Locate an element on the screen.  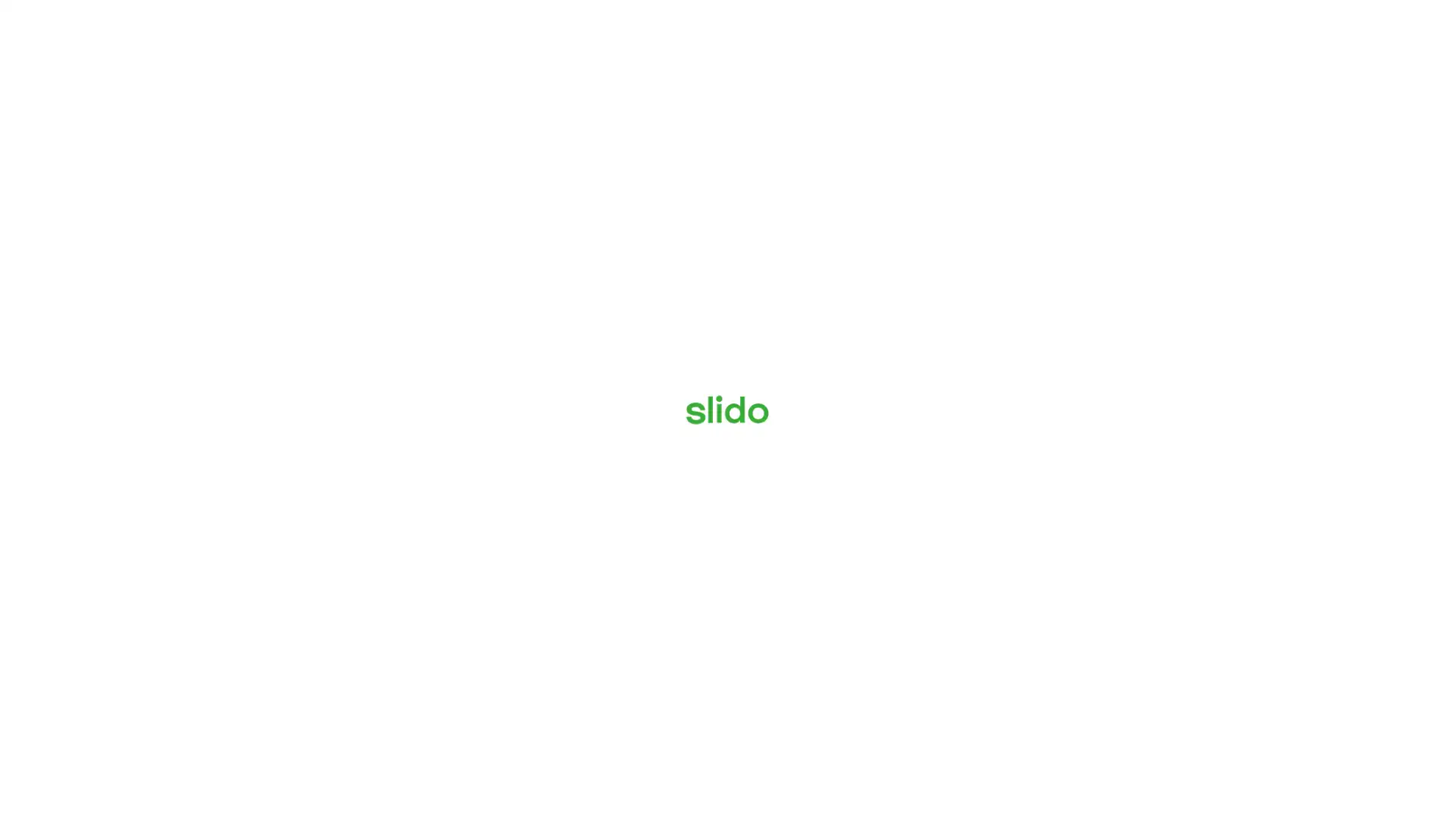
25 votes, Upvote question is located at coordinates (1344, 400).